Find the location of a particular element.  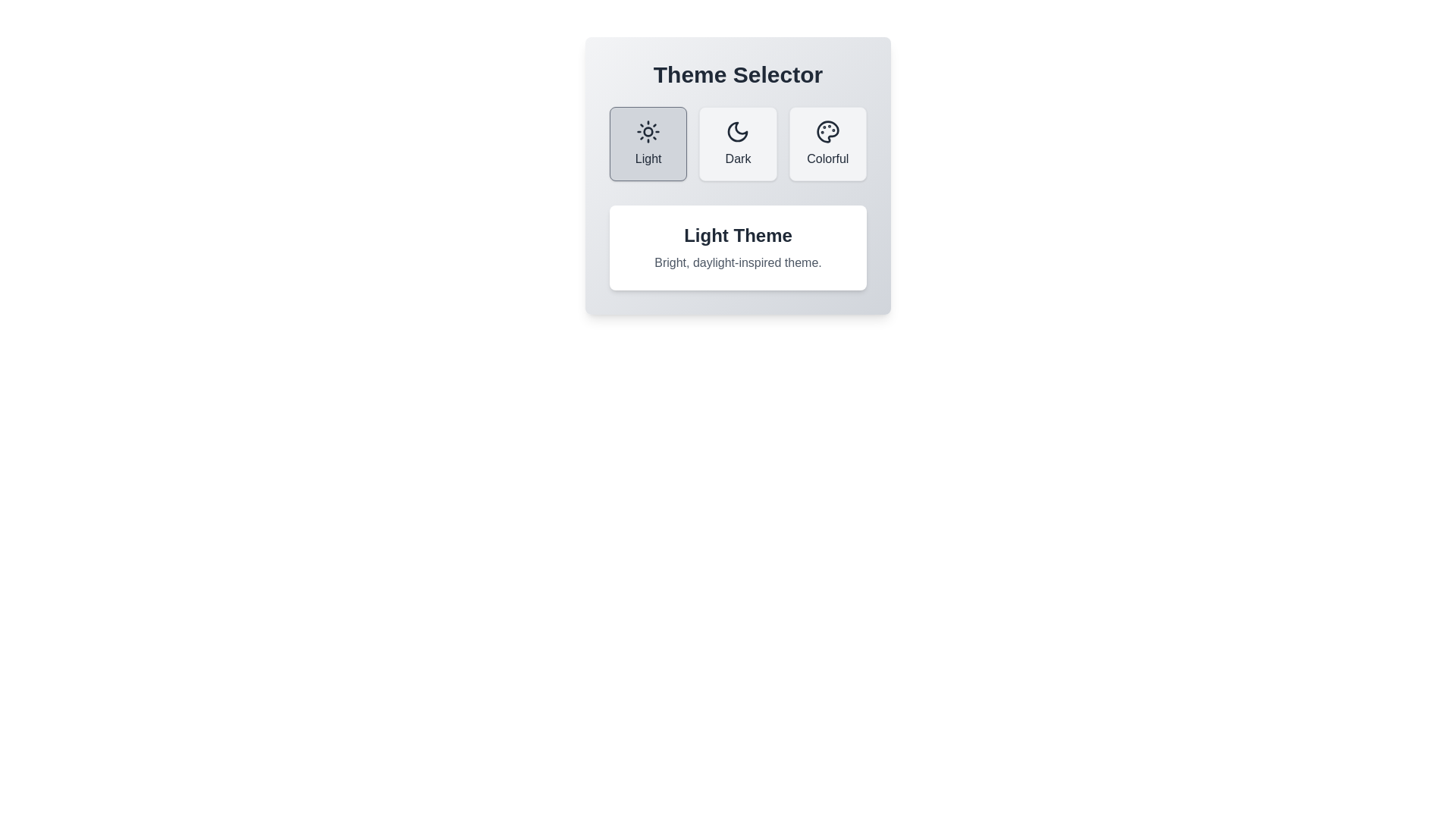

text element displaying 'Light Theme', which is styled with a large font size, bold weight, and centered alignment, located within a bordered card below the theme options is located at coordinates (738, 236).